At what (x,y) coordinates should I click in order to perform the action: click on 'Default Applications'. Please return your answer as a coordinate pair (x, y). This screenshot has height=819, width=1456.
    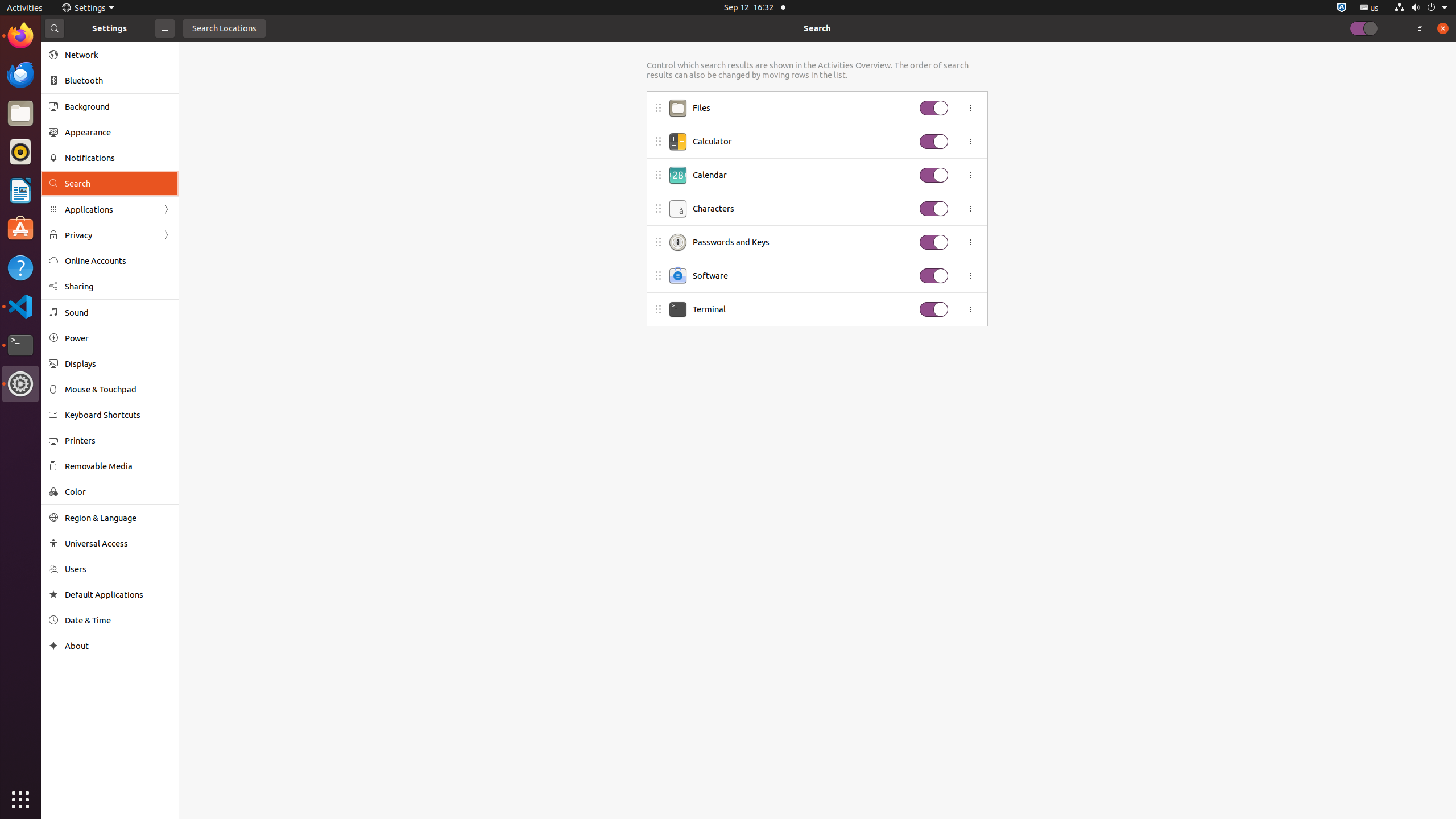
    Looking at the image, I should click on (118, 594).